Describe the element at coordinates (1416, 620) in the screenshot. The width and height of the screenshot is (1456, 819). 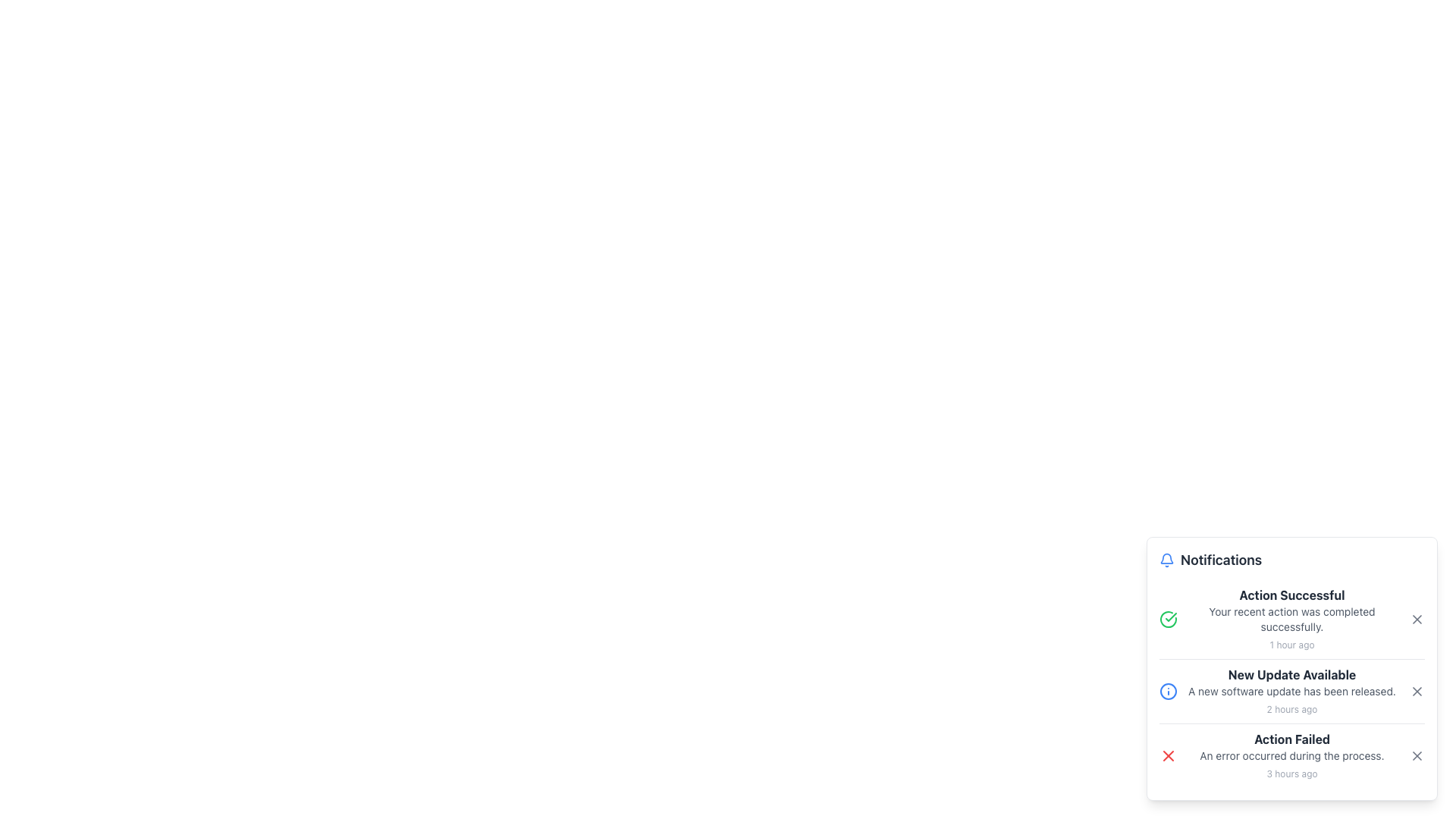
I see `the small gray 'X' button in the top-right corner of the 'Action Successful' notification` at that location.